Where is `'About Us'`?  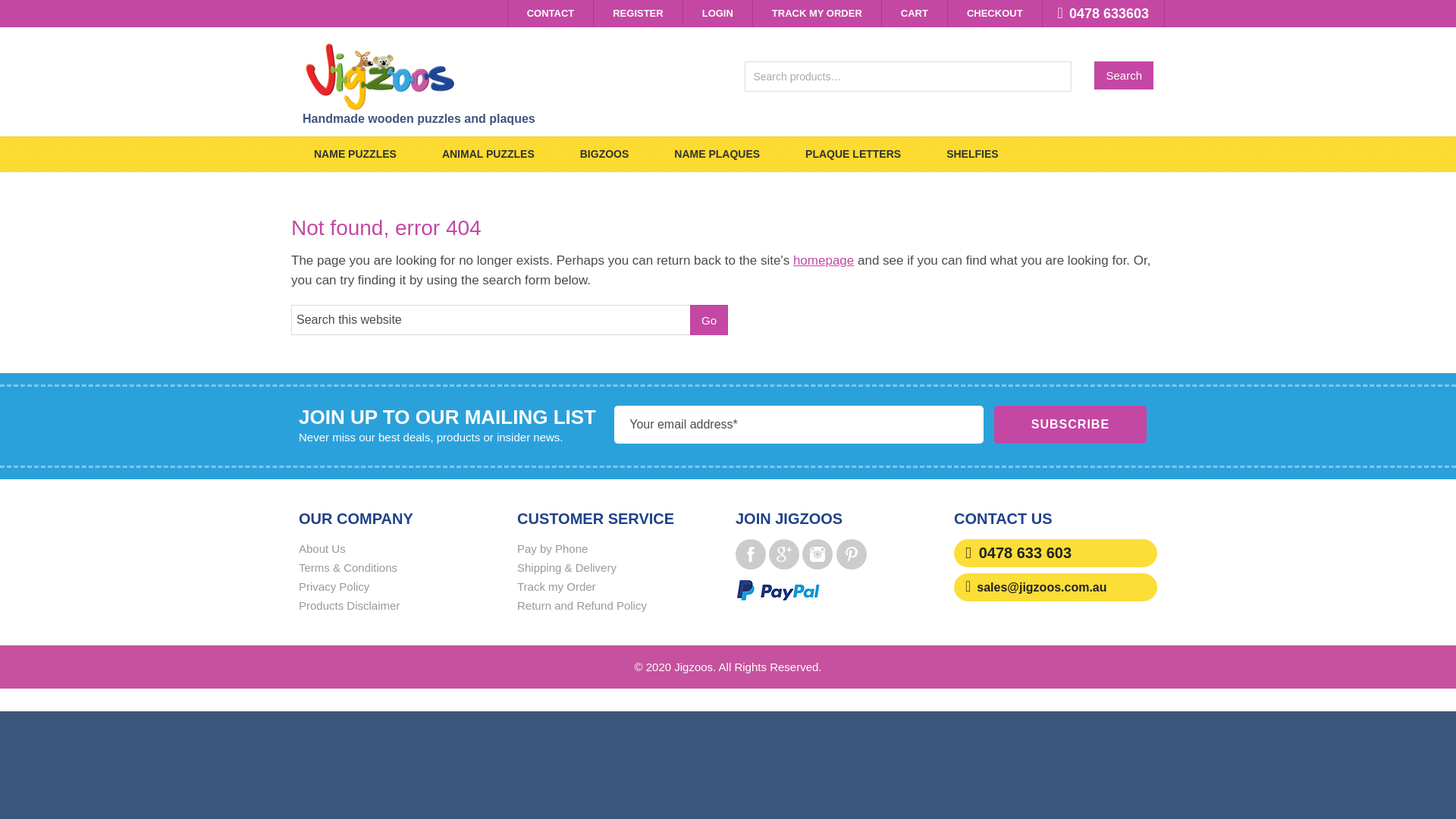
'About Us' is located at coordinates (298, 548).